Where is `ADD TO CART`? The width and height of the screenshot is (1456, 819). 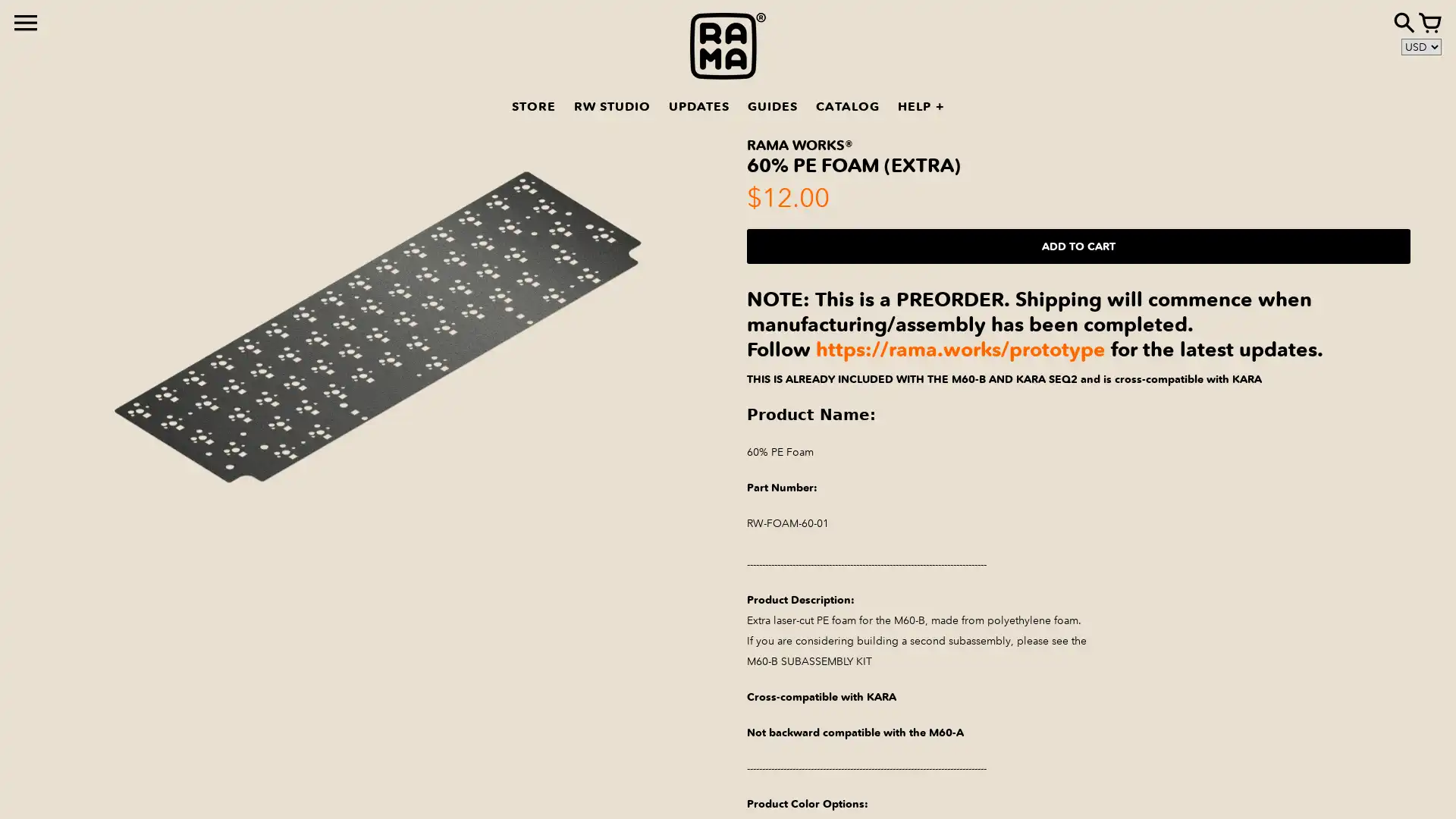
ADD TO CART is located at coordinates (1078, 245).